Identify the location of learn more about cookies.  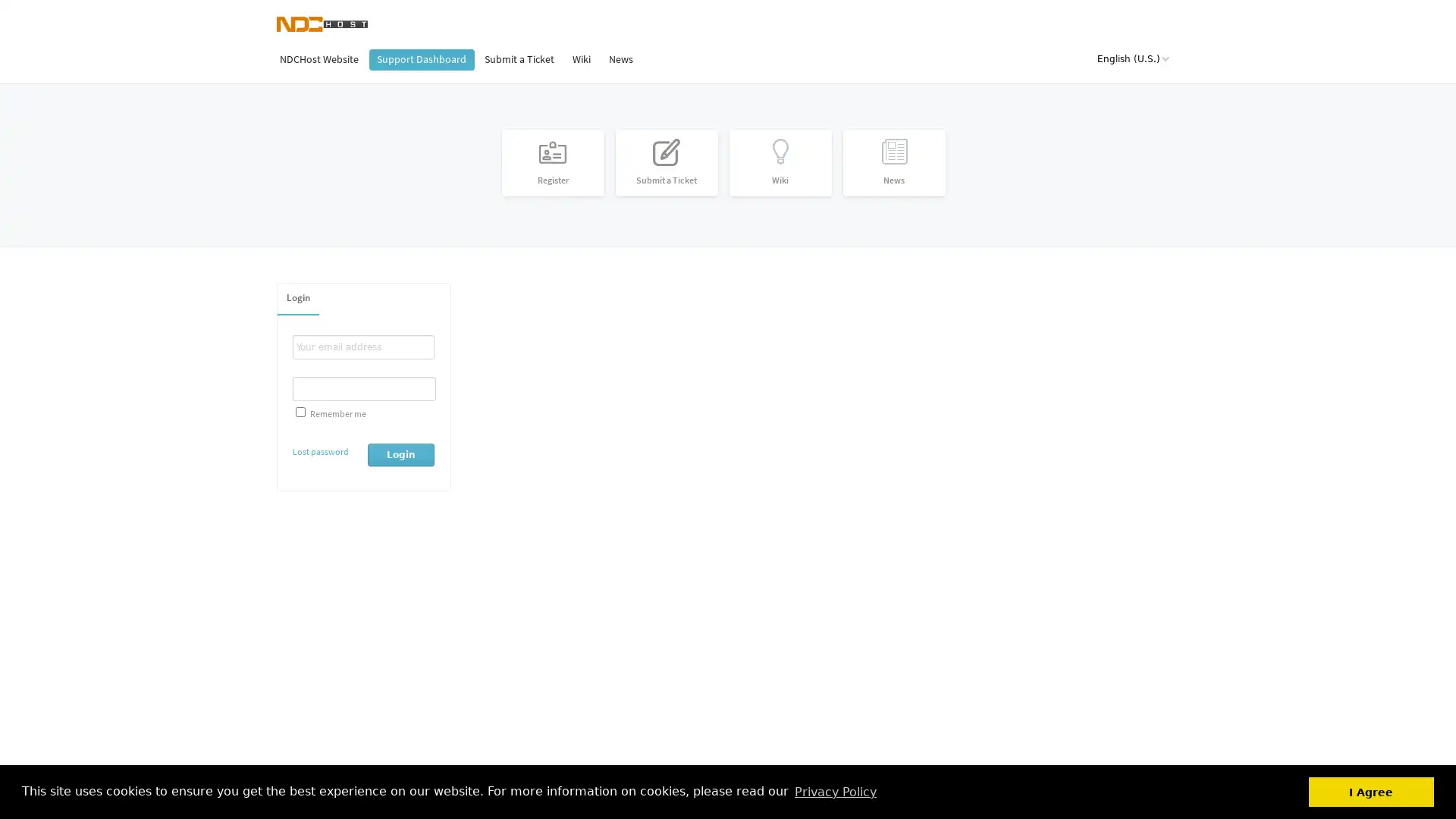
(834, 791).